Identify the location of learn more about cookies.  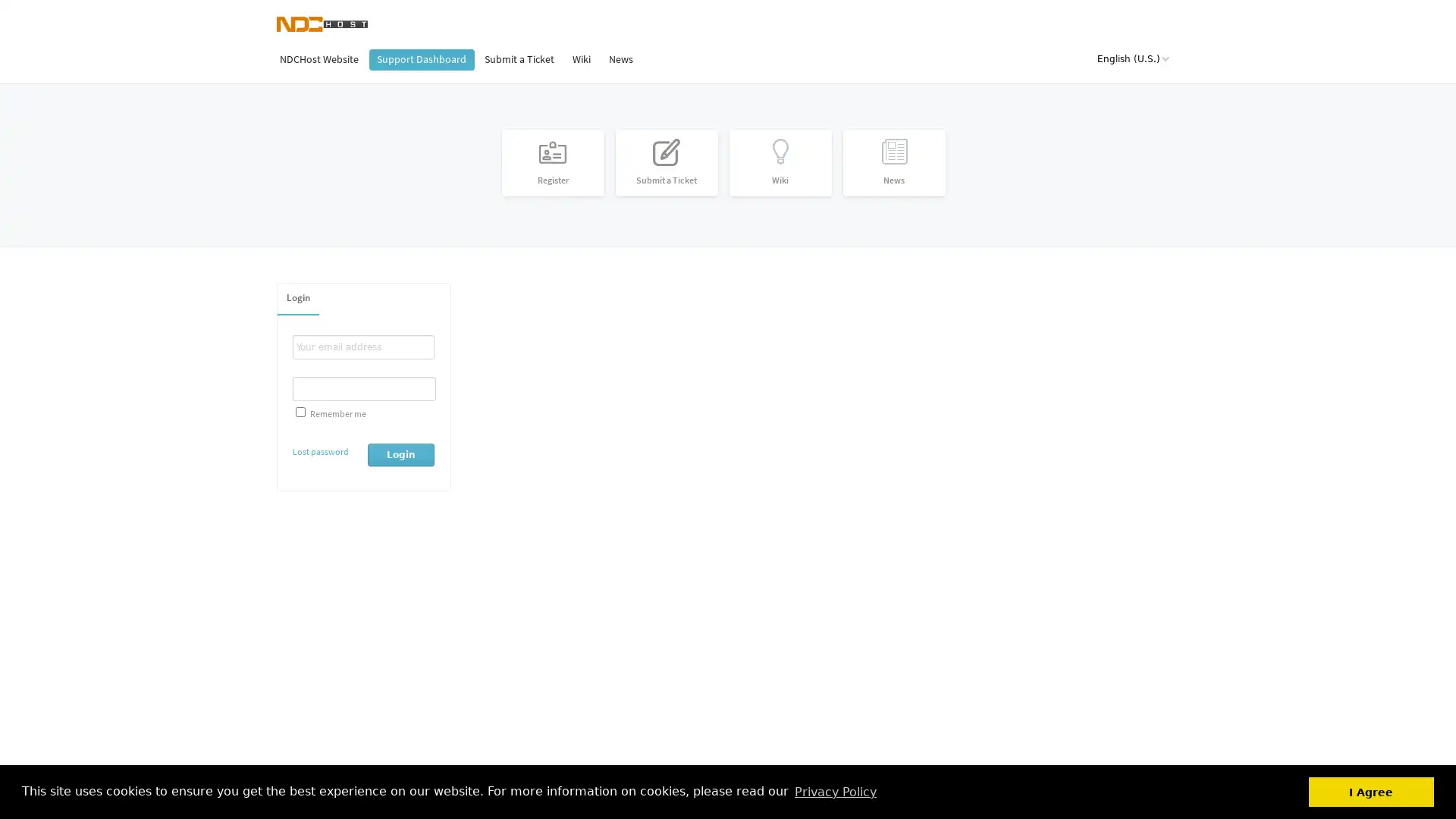
(834, 791).